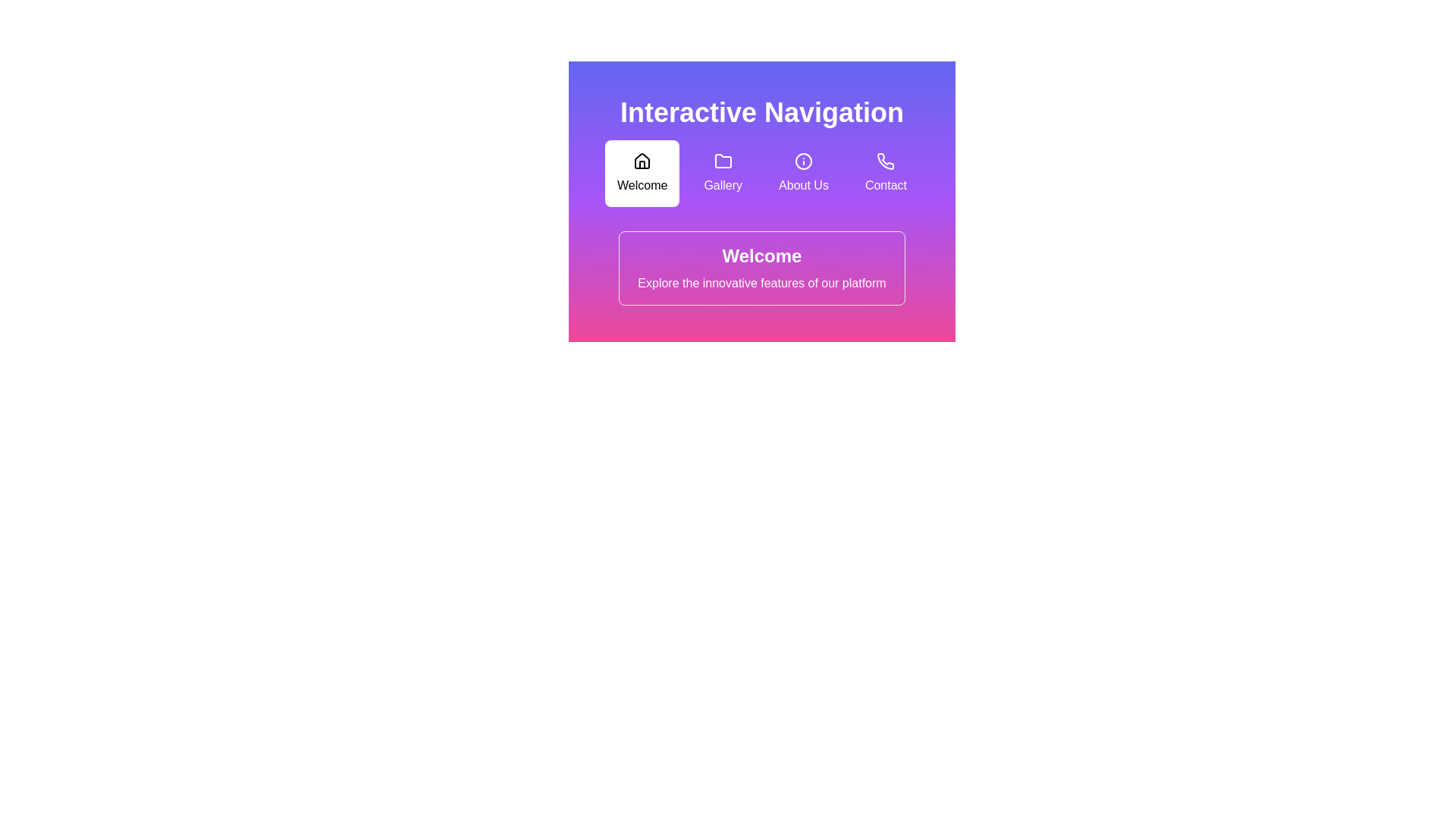 The width and height of the screenshot is (1456, 819). What do you see at coordinates (761, 222) in the screenshot?
I see `text content of the introductory Text block located below the navigation links on the platform` at bounding box center [761, 222].